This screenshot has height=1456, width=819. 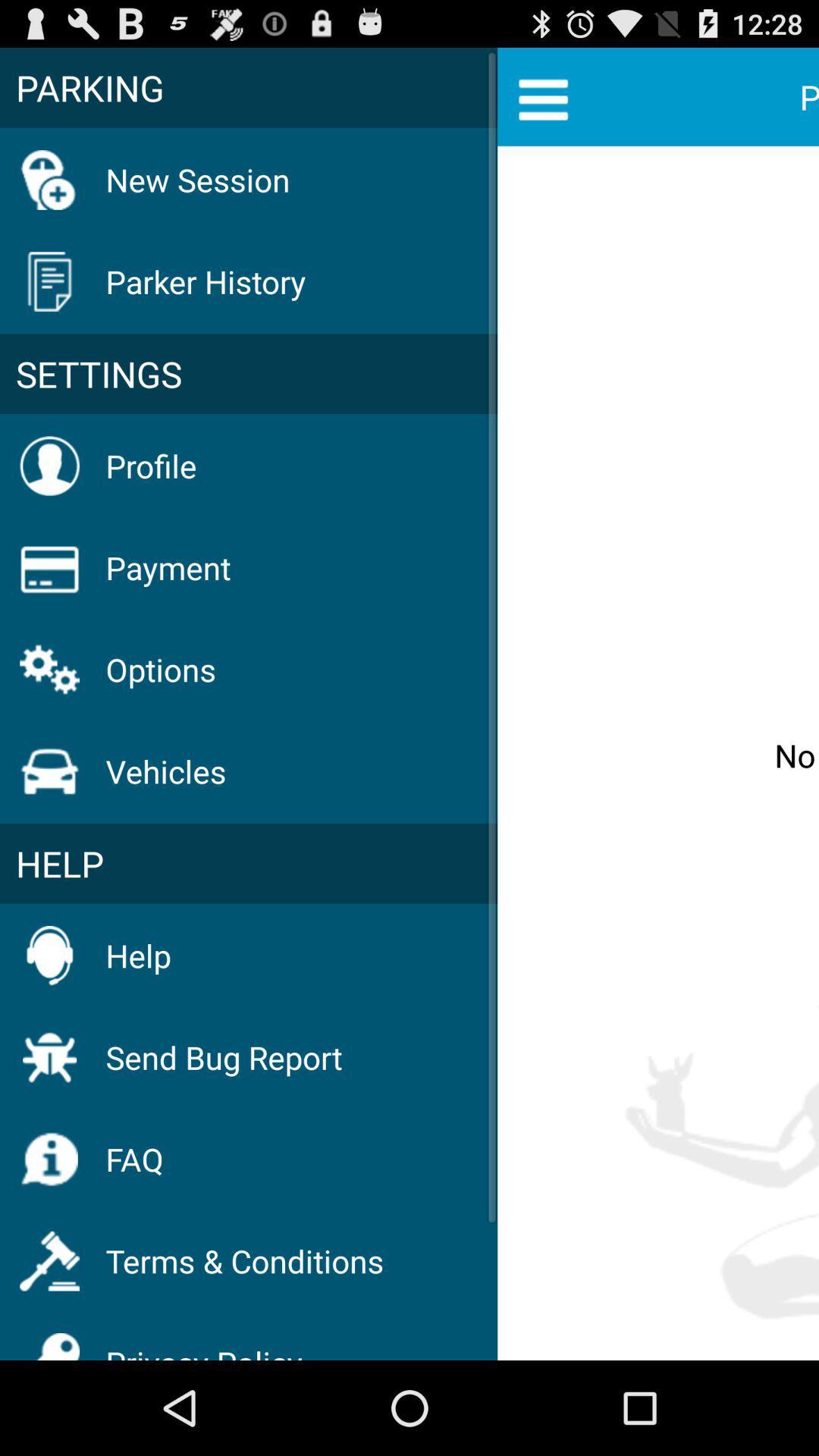 What do you see at coordinates (542, 105) in the screenshot?
I see `the menu icon` at bounding box center [542, 105].